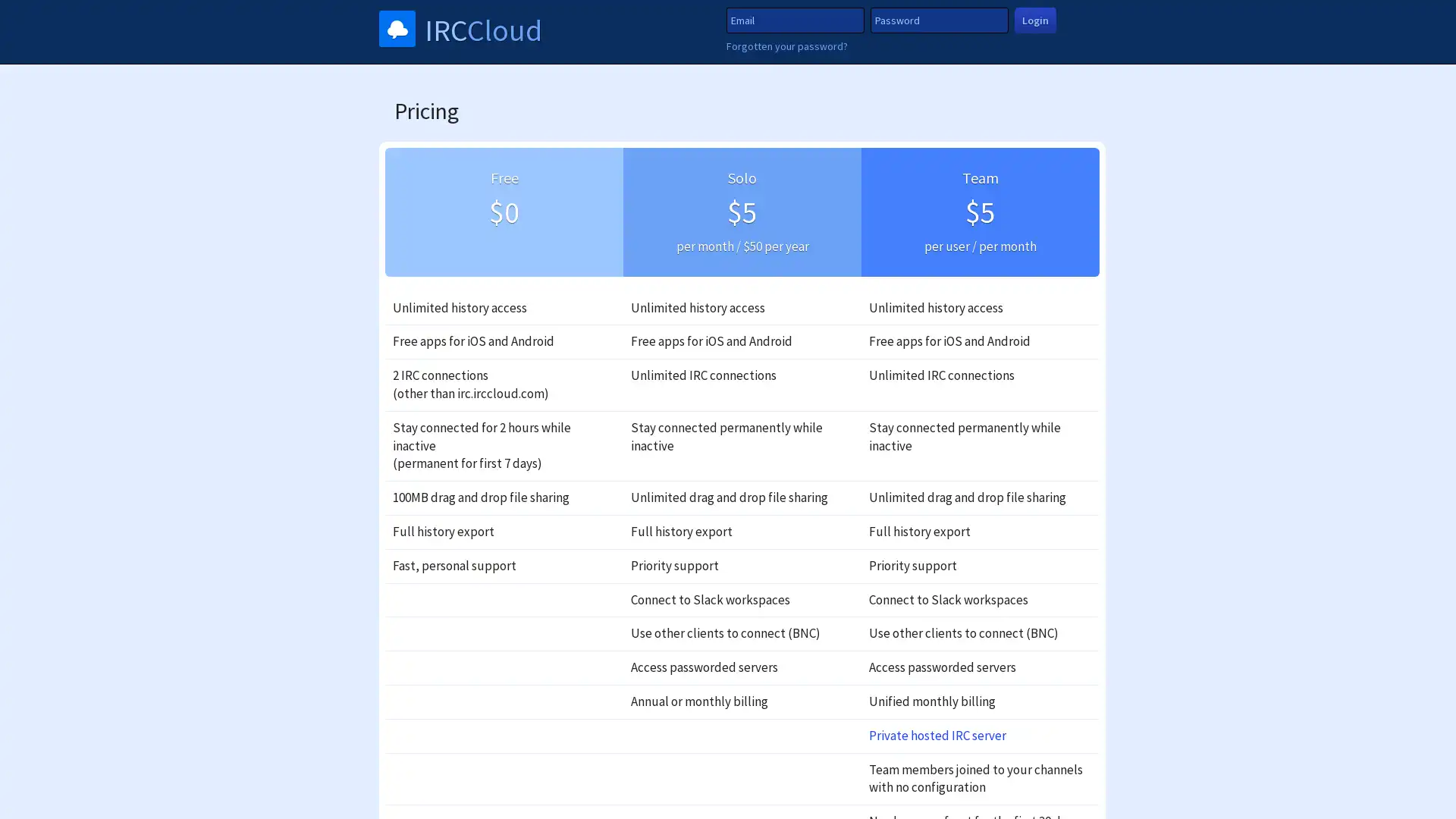 This screenshot has height=819, width=1456. What do you see at coordinates (1034, 20) in the screenshot?
I see `Login` at bounding box center [1034, 20].